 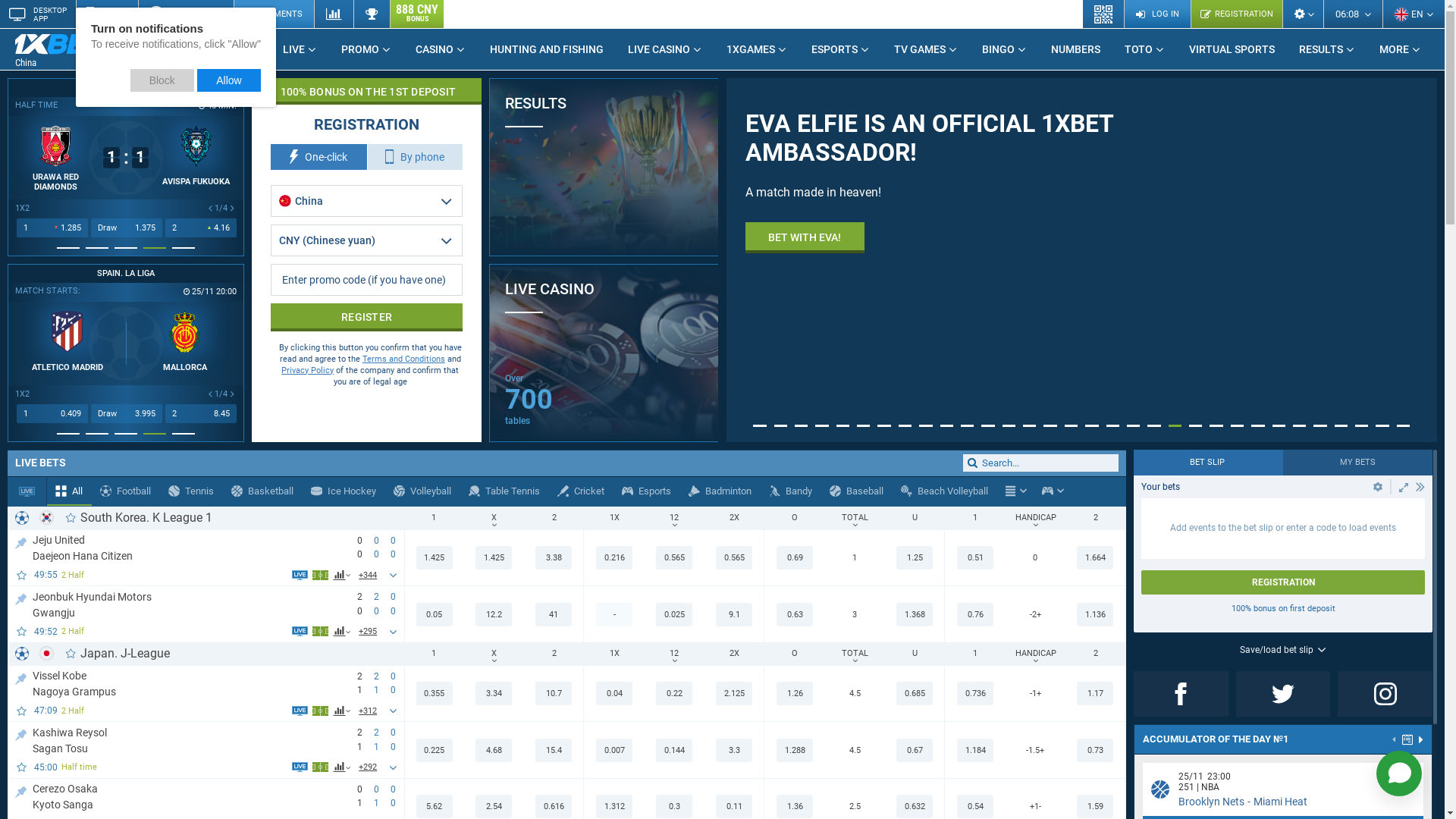 I want to click on 'Football', so click(x=90, y=491).